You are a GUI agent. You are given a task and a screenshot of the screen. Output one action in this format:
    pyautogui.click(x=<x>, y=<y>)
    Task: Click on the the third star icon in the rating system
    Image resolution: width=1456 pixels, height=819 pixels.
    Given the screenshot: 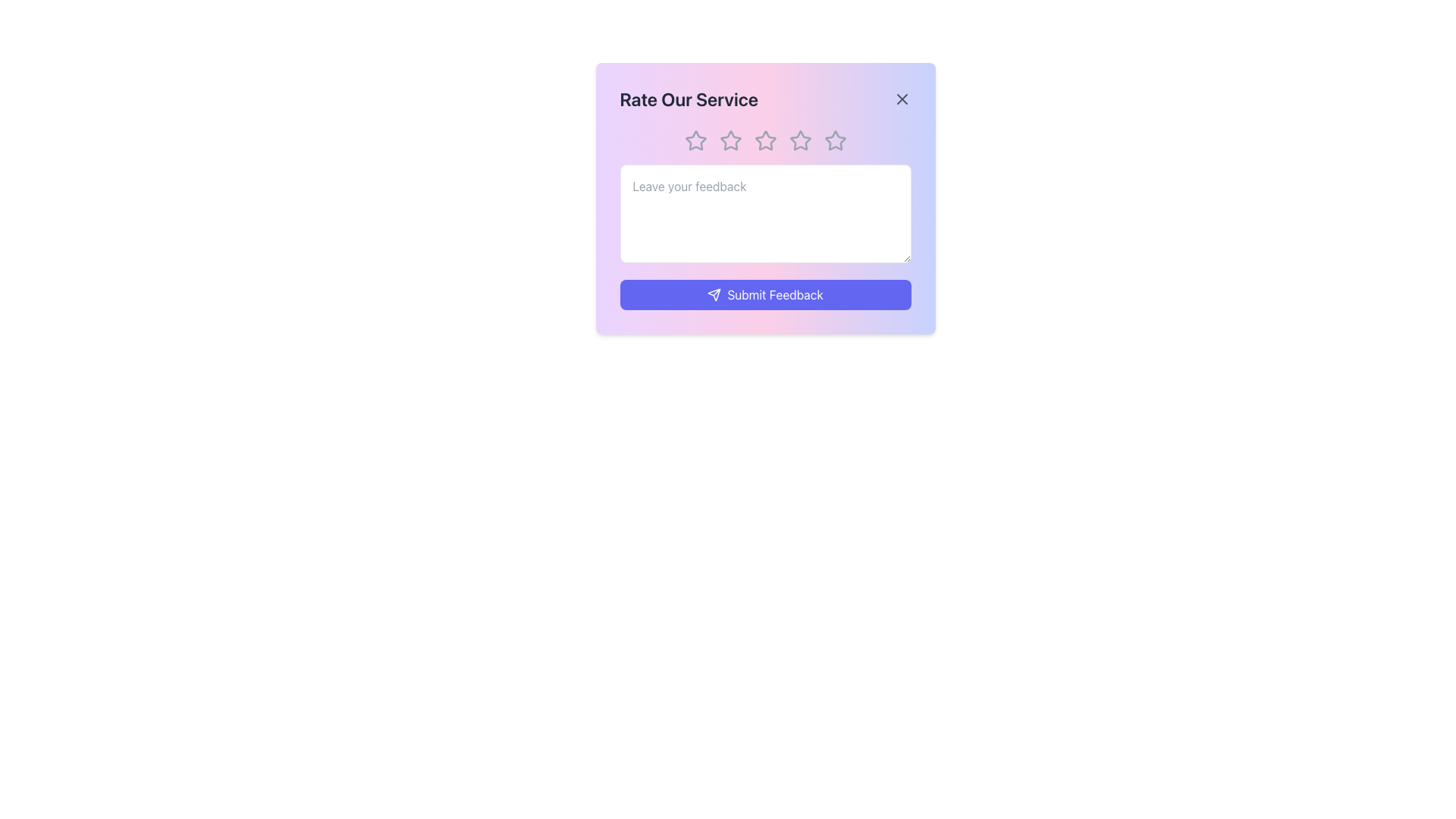 What is the action you would take?
    pyautogui.click(x=765, y=140)
    